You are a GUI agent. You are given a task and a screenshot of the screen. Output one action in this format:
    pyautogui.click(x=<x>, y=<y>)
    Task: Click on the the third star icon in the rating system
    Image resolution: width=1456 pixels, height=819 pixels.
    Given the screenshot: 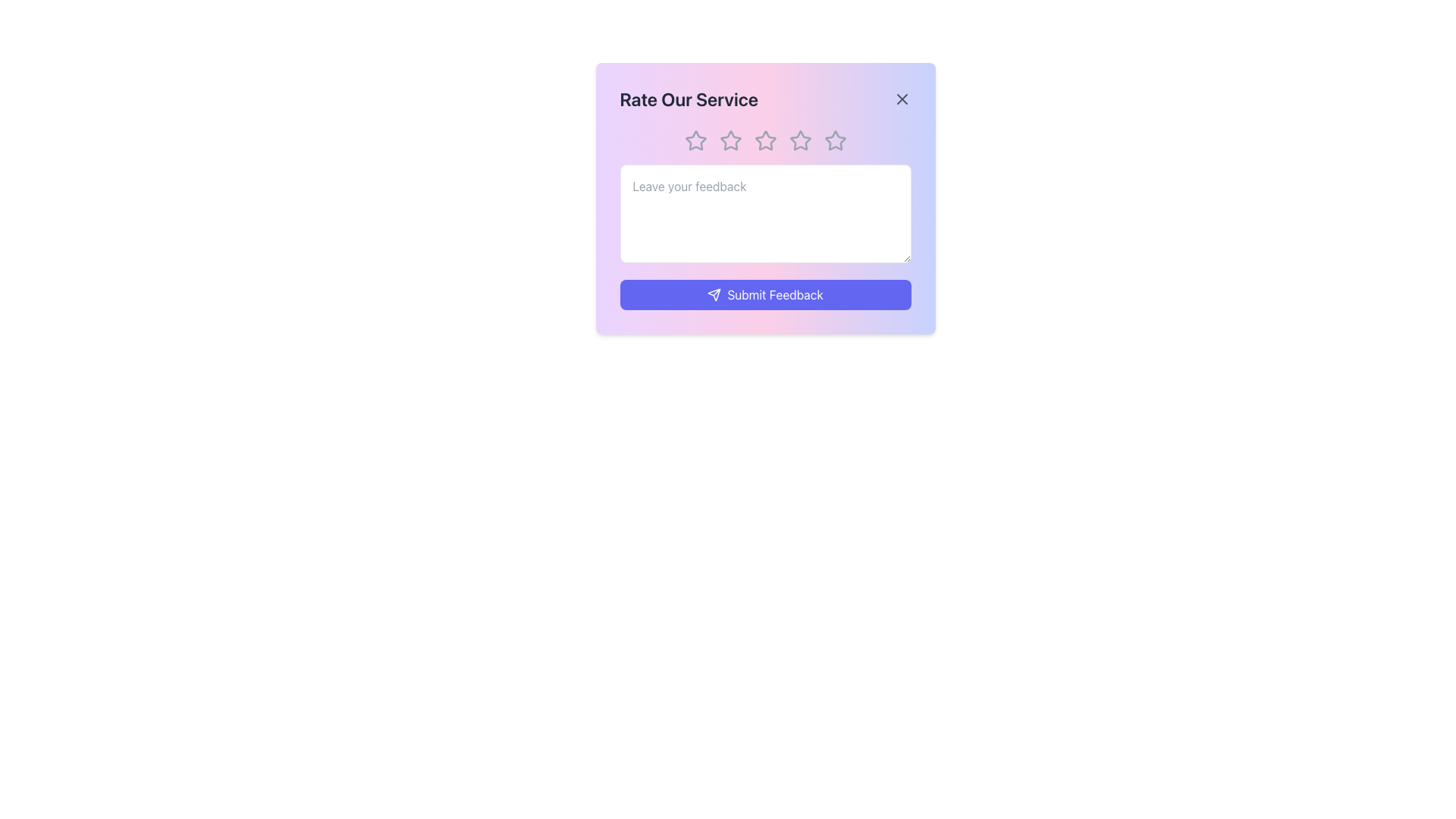 What is the action you would take?
    pyautogui.click(x=765, y=140)
    